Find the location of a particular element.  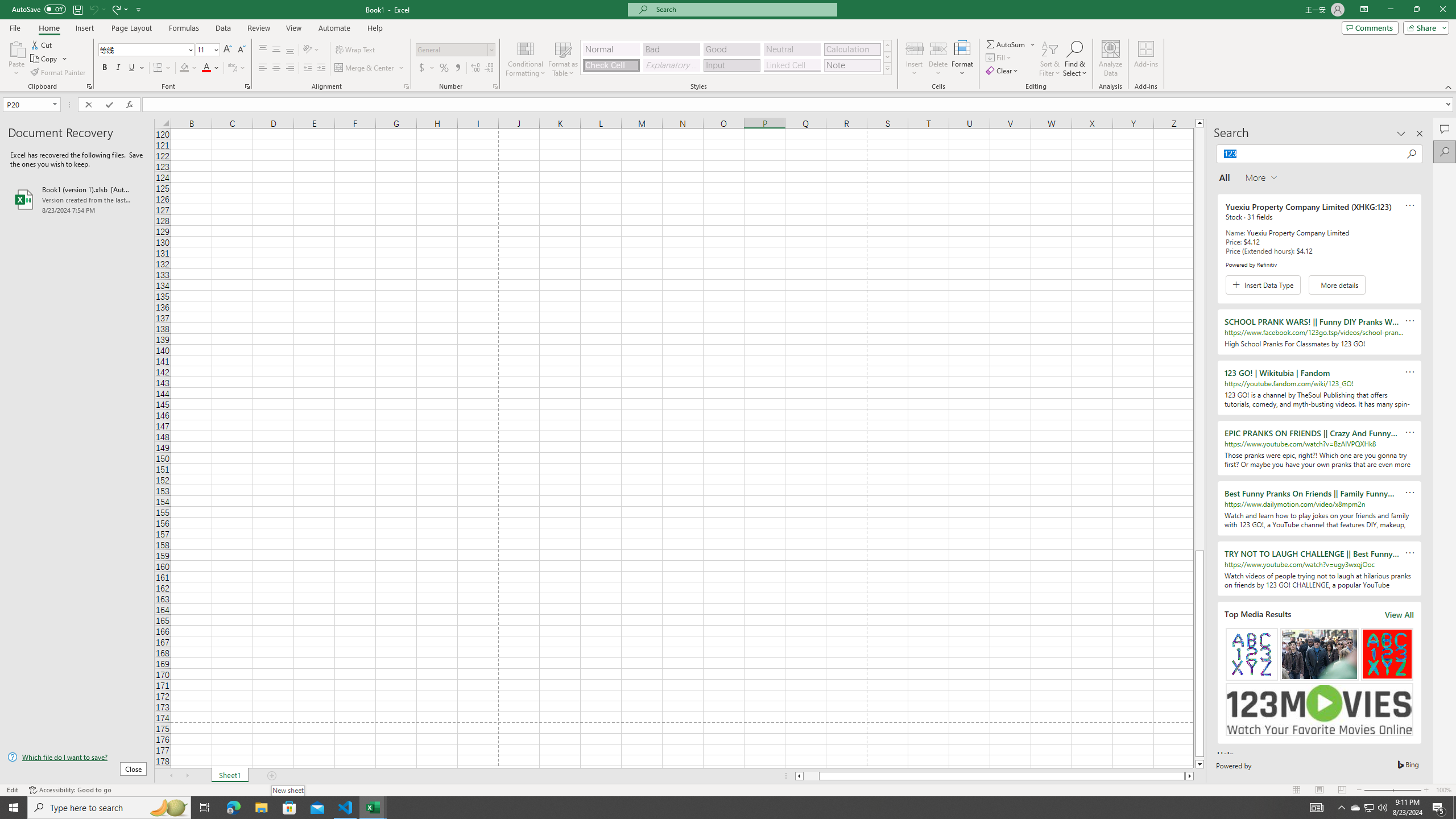

'Wrap Text' is located at coordinates (355, 49).